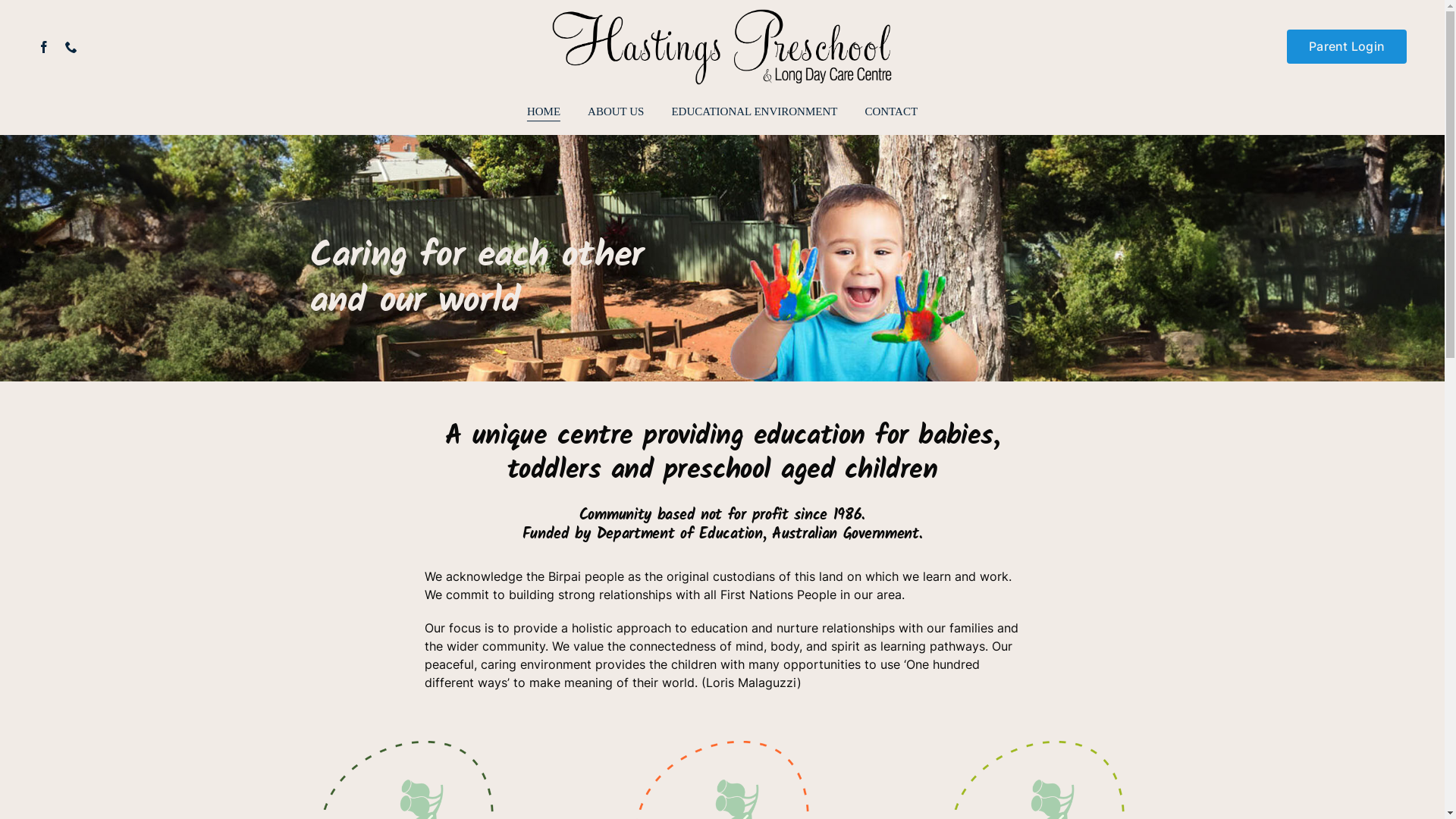 The width and height of the screenshot is (1456, 819). Describe the element at coordinates (543, 111) in the screenshot. I see `'HOME'` at that location.